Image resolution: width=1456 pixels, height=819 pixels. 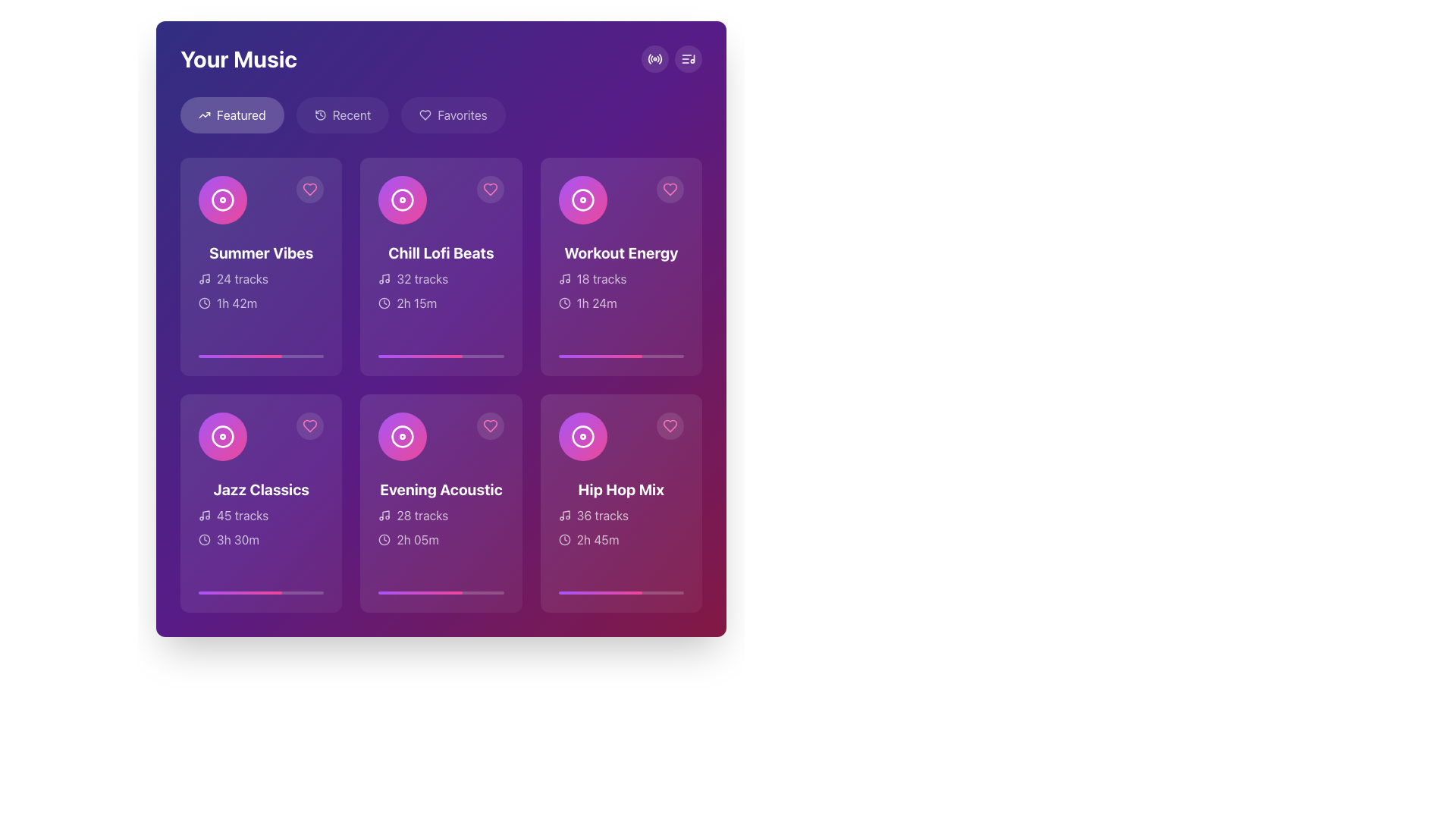 What do you see at coordinates (440, 526) in the screenshot?
I see `text content of the textual display associated with the 'Evening Acoustic' playlist, located in the second row and second column of the grid layout, directly beneath the playlist title and above the progress bar` at bounding box center [440, 526].